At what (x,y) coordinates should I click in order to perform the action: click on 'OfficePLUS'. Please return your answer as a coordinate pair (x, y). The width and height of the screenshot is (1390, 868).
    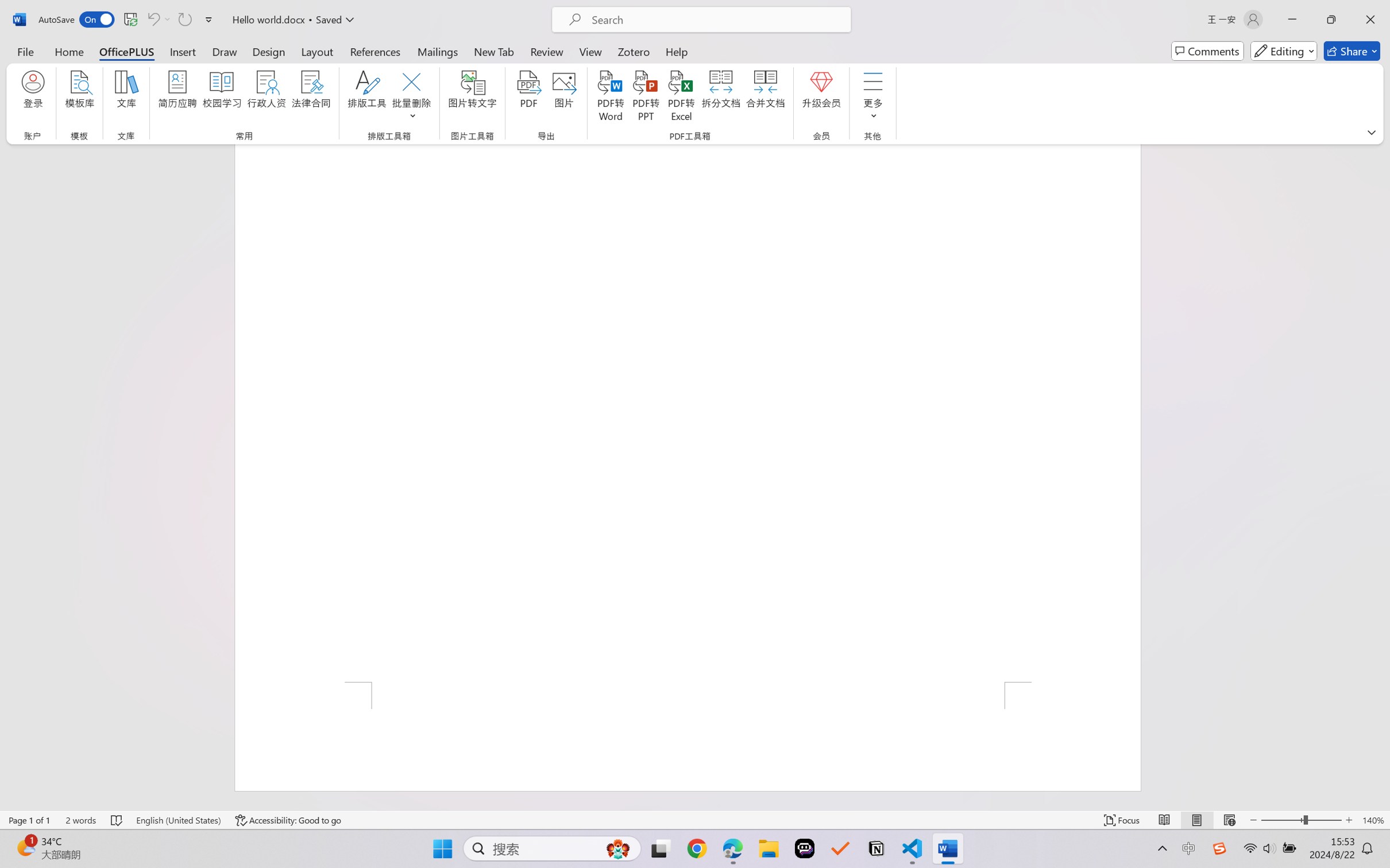
    Looking at the image, I should click on (125, 51).